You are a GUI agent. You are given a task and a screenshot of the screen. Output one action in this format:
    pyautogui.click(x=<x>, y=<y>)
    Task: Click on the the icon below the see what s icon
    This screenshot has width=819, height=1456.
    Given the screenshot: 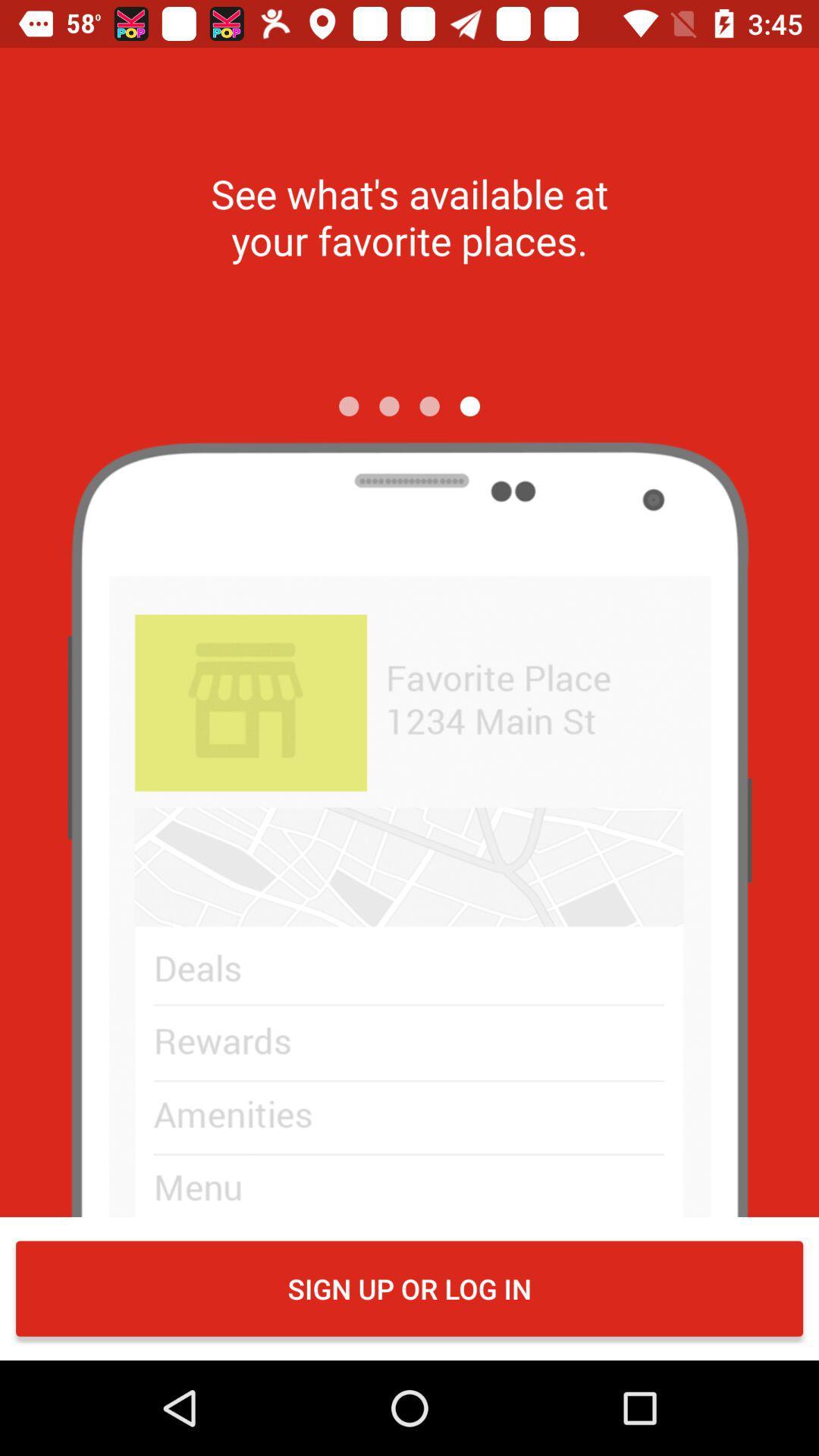 What is the action you would take?
    pyautogui.click(x=429, y=406)
    